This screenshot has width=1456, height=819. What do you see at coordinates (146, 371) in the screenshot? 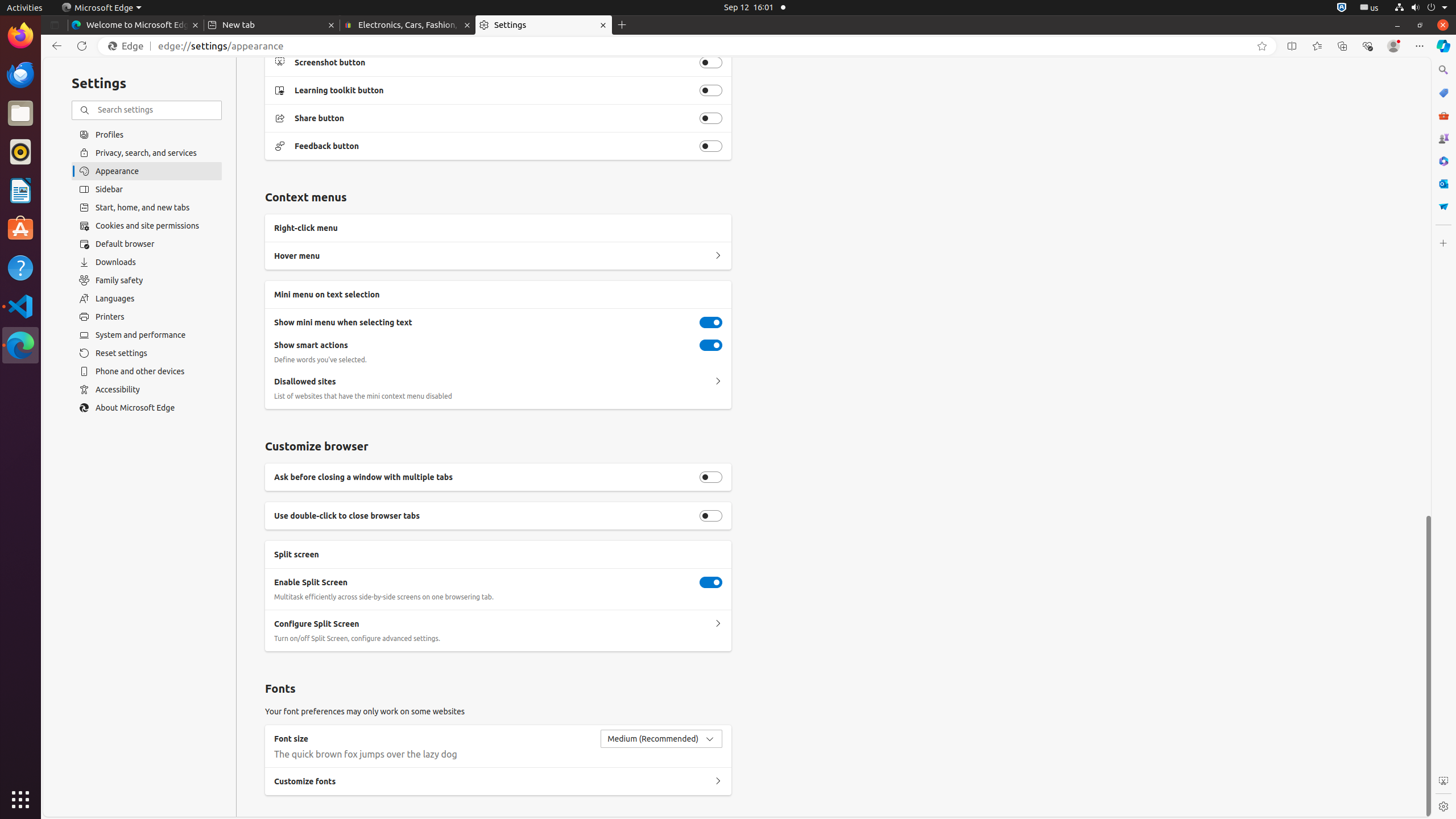
I see `'Phone and other devices'` at bounding box center [146, 371].